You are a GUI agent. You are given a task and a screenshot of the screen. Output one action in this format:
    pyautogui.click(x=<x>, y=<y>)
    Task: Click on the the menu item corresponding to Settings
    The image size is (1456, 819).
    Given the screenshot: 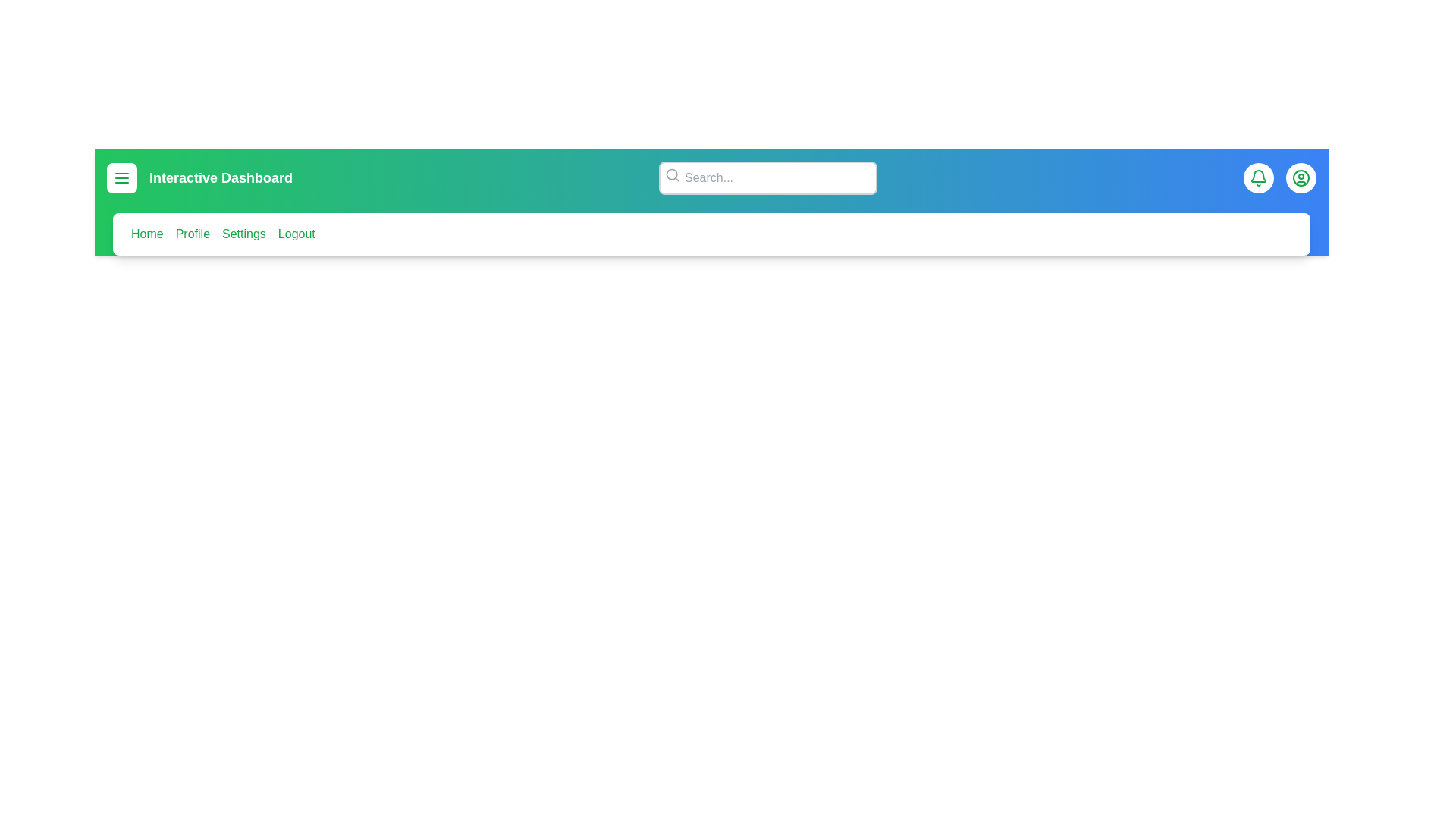 What is the action you would take?
    pyautogui.click(x=243, y=234)
    